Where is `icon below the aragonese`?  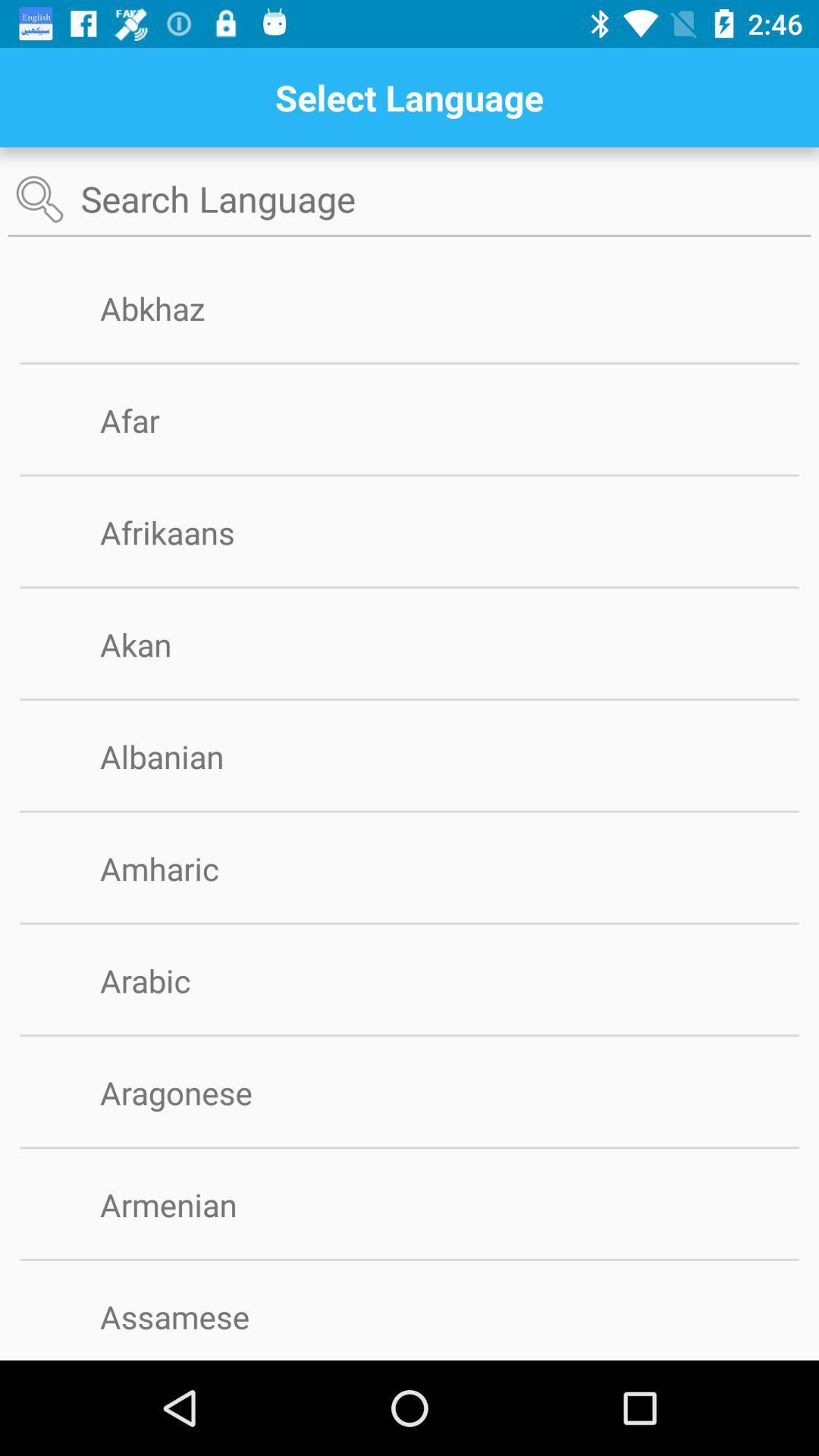
icon below the aragonese is located at coordinates (409, 1147).